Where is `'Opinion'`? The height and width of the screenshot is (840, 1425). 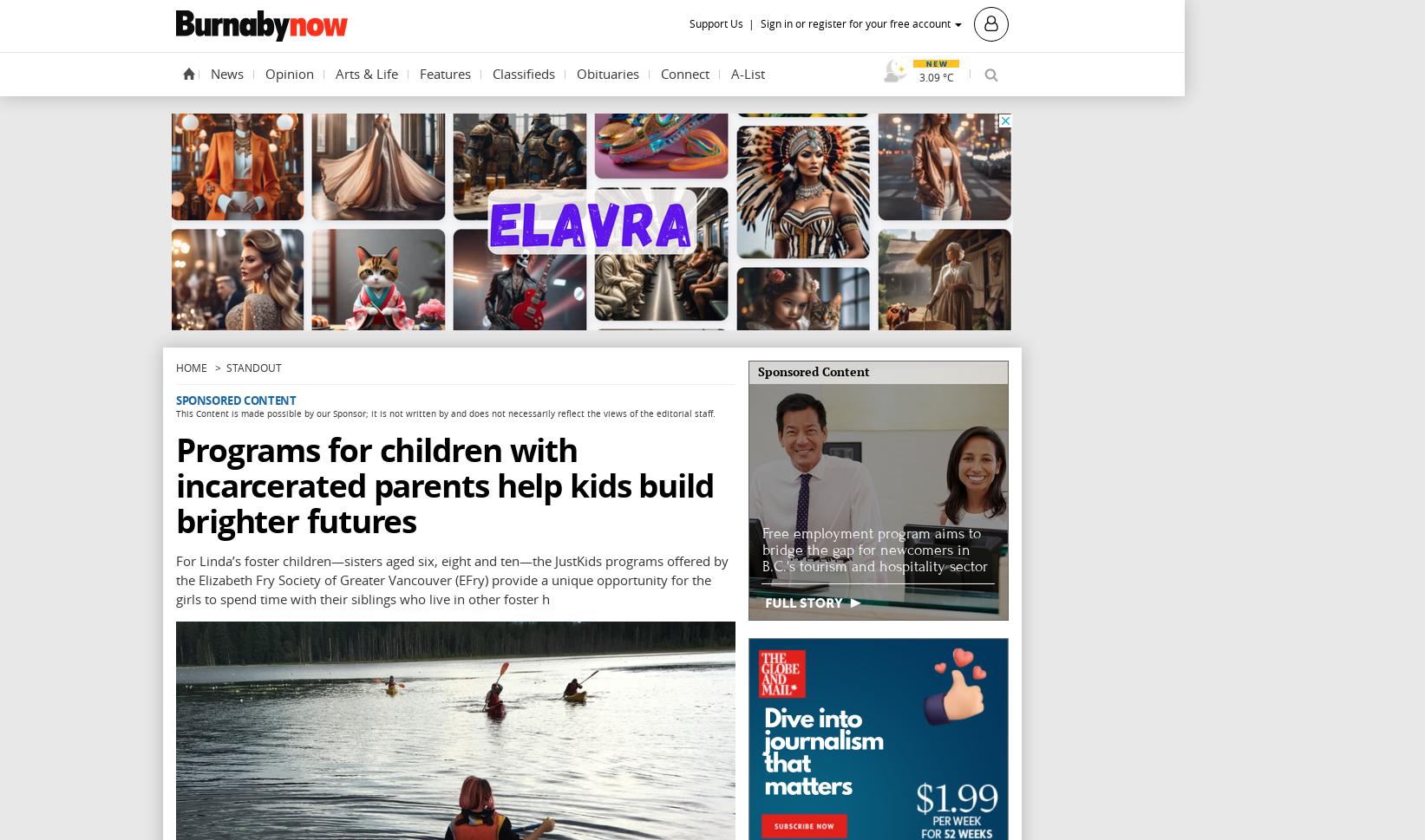
'Opinion' is located at coordinates (289, 72).